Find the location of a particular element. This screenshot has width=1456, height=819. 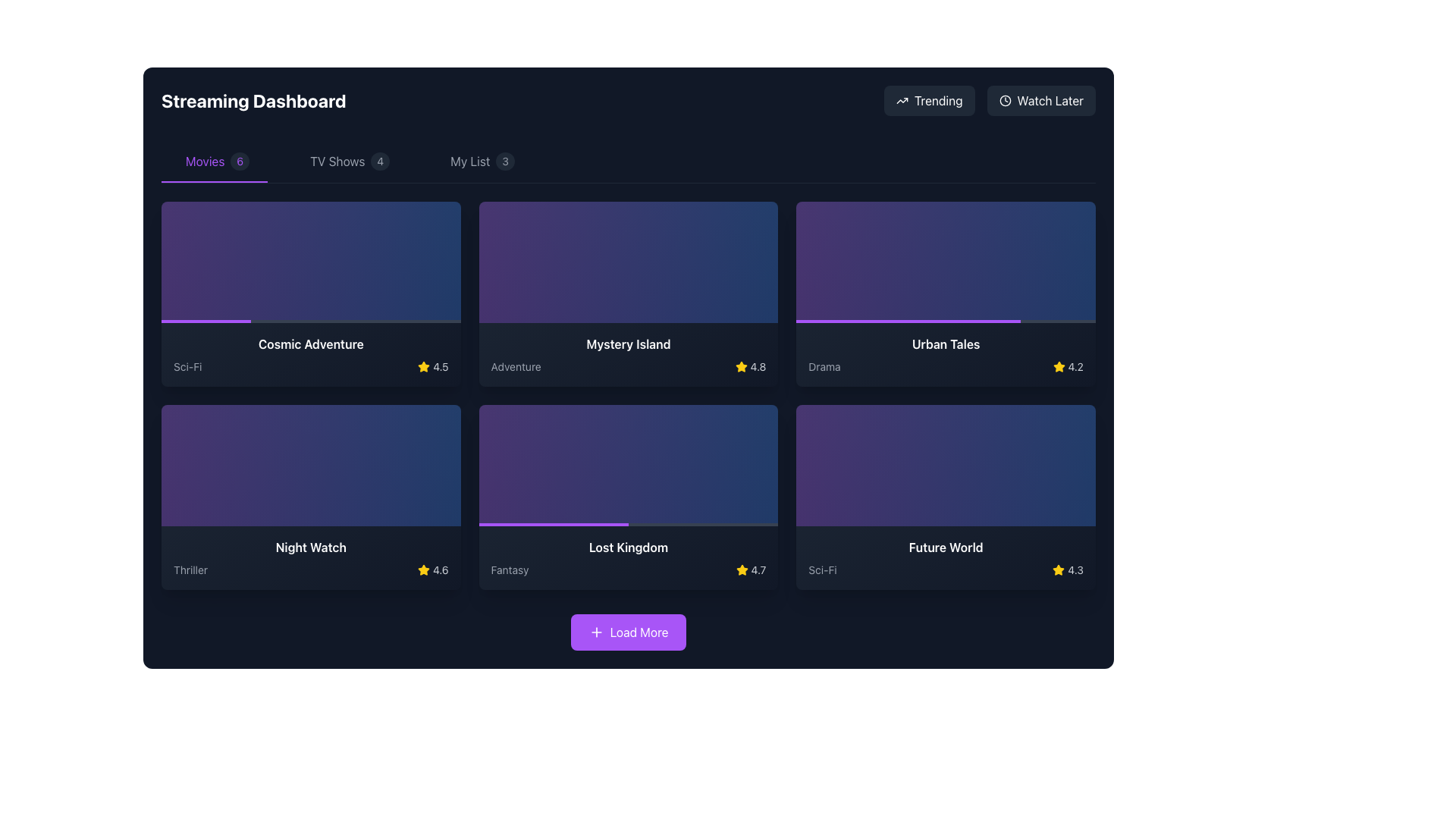

the 'Movies' navigation label is located at coordinates (204, 161).